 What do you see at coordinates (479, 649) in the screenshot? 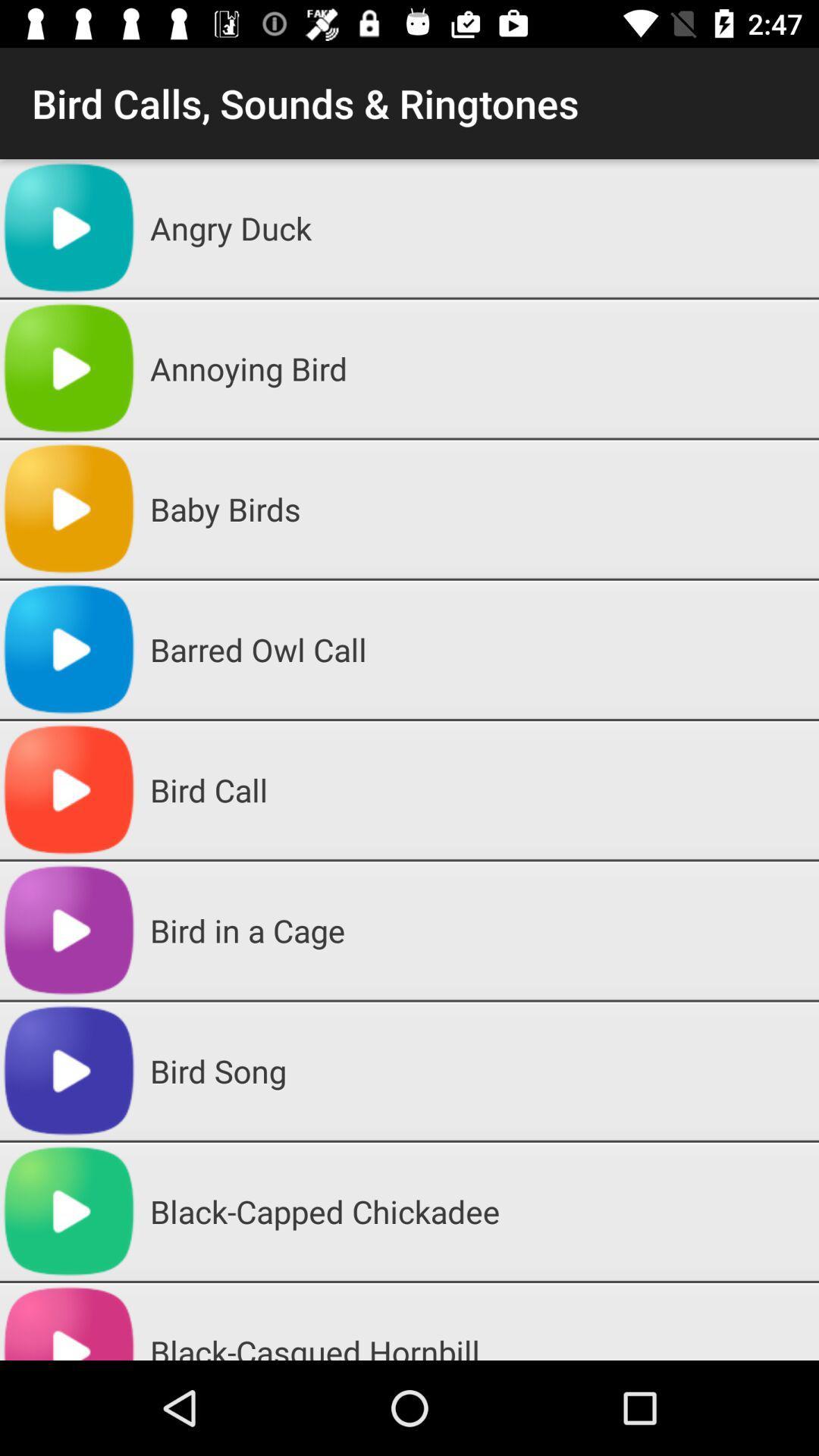
I see `the barred owl call icon` at bounding box center [479, 649].